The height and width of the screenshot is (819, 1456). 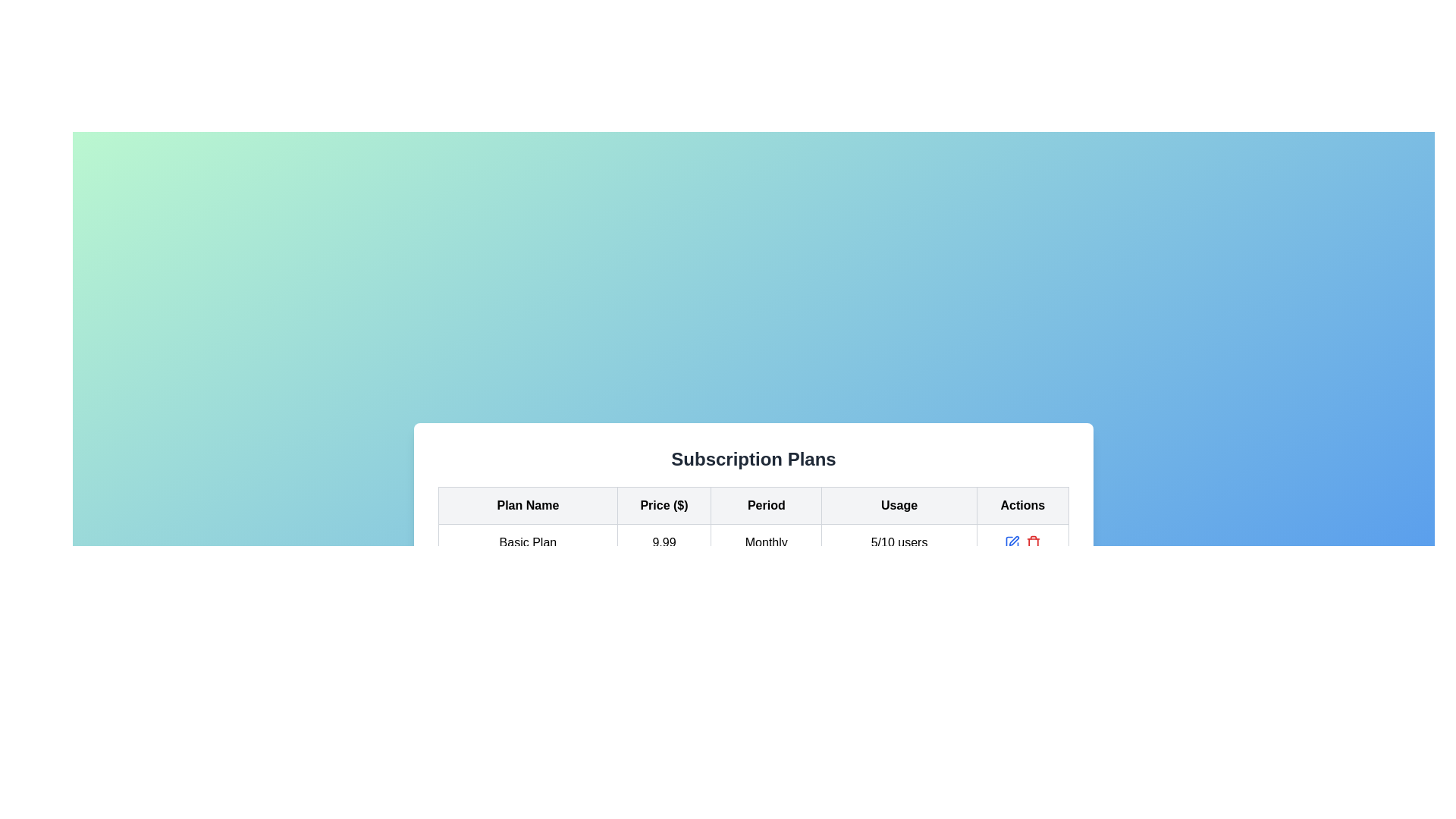 I want to click on the 'Basic Plan' text label, which is styled with padding and a thin gray border, located in the 'Plan Name' column of the subscription plans table, so click(x=528, y=541).